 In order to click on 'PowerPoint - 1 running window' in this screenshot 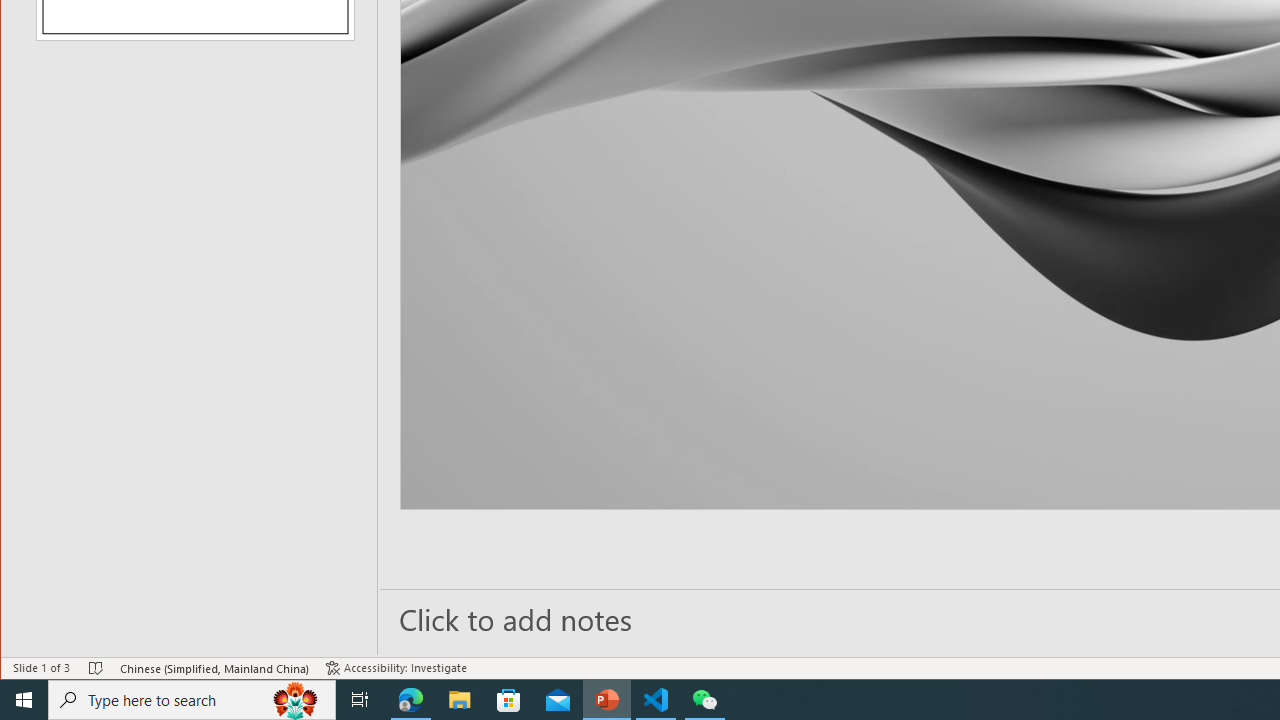, I will do `click(606, 698)`.